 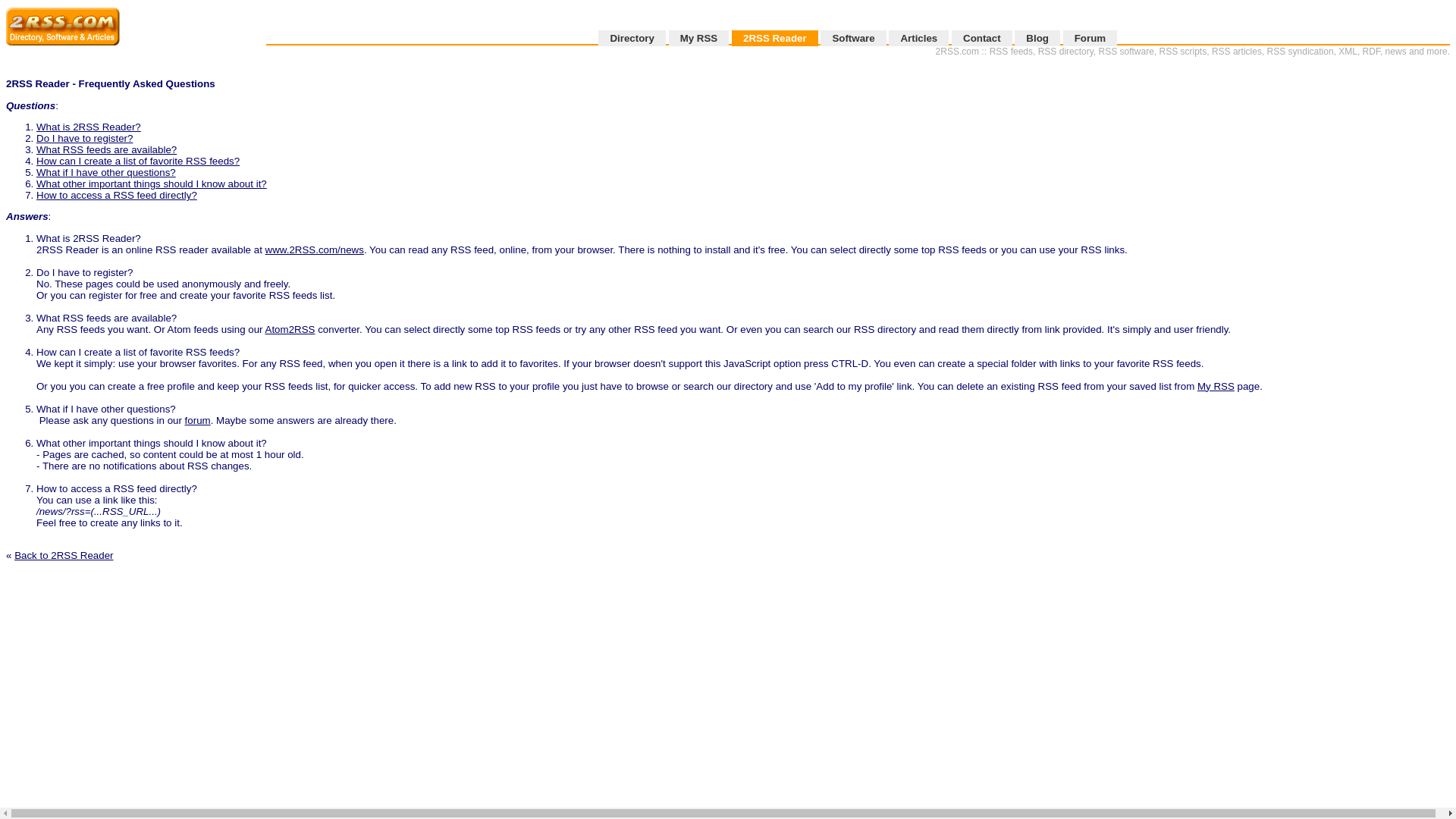 I want to click on 'Atom2RSS', so click(x=290, y=328).